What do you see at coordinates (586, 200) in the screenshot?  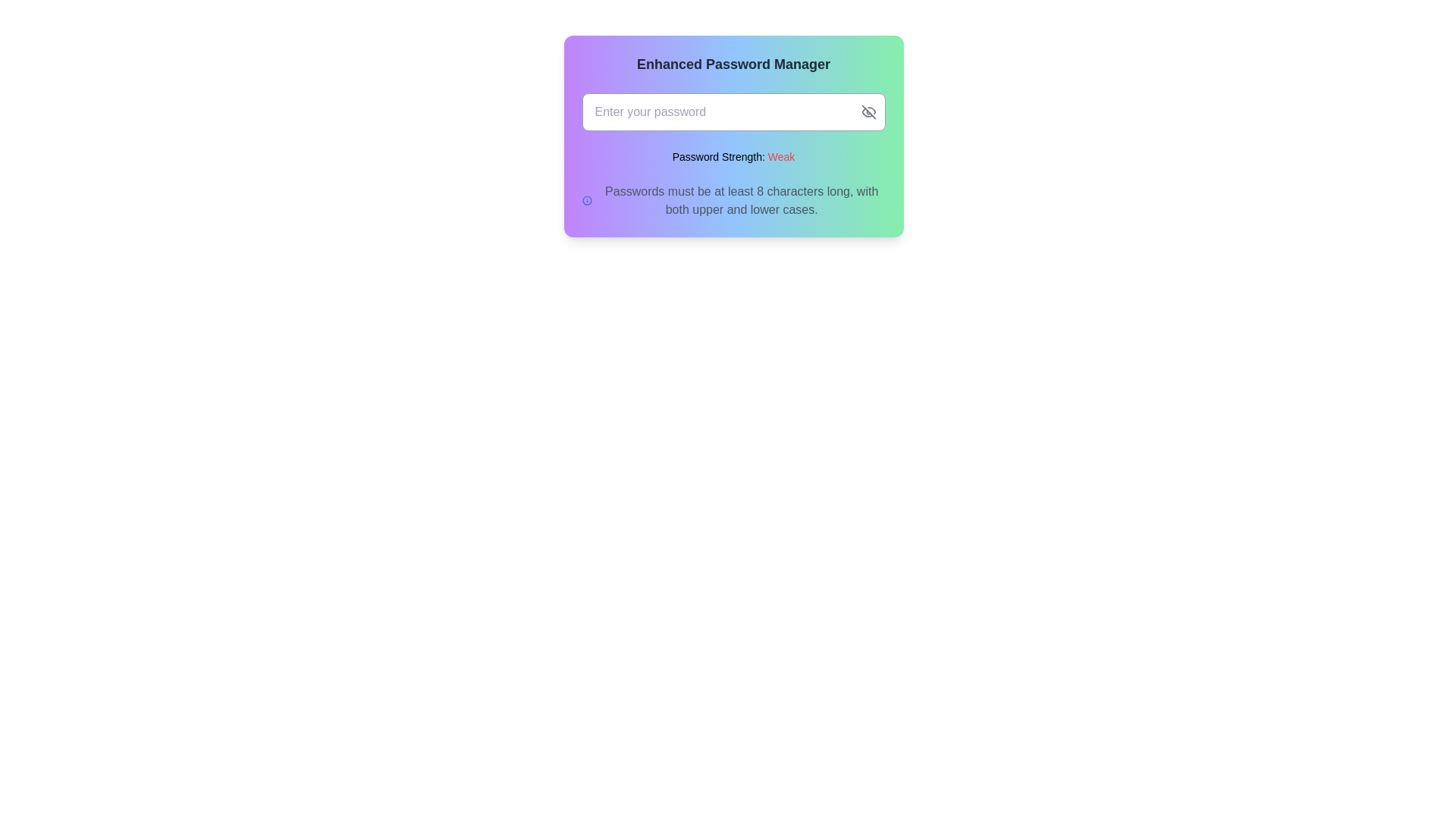 I see `the small circular information icon with a blue outline located to the left of the text 'Passwords must be at least 8 characters long, with both upper and lower cases.'` at bounding box center [586, 200].